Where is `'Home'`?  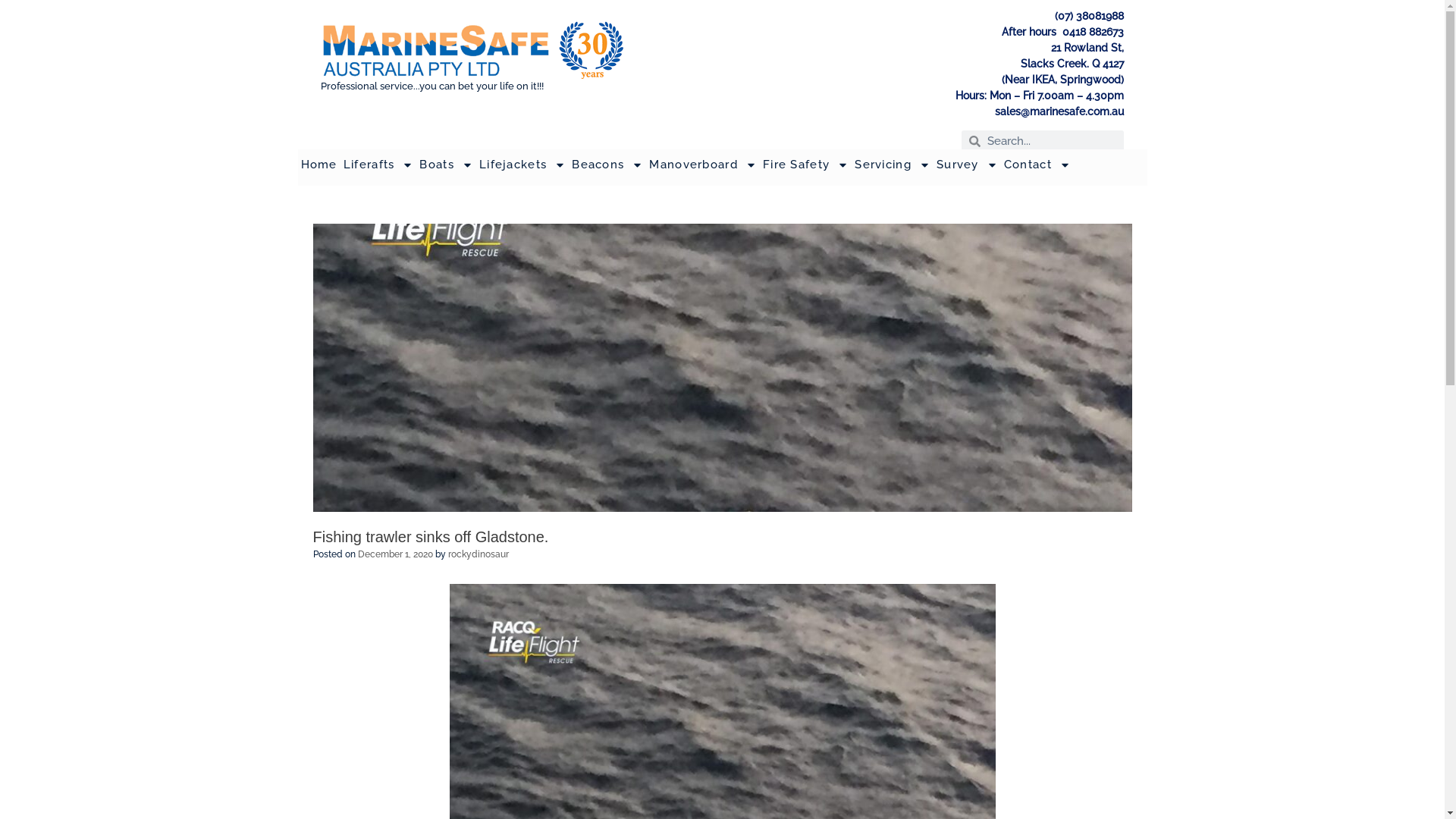 'Home' is located at coordinates (318, 165).